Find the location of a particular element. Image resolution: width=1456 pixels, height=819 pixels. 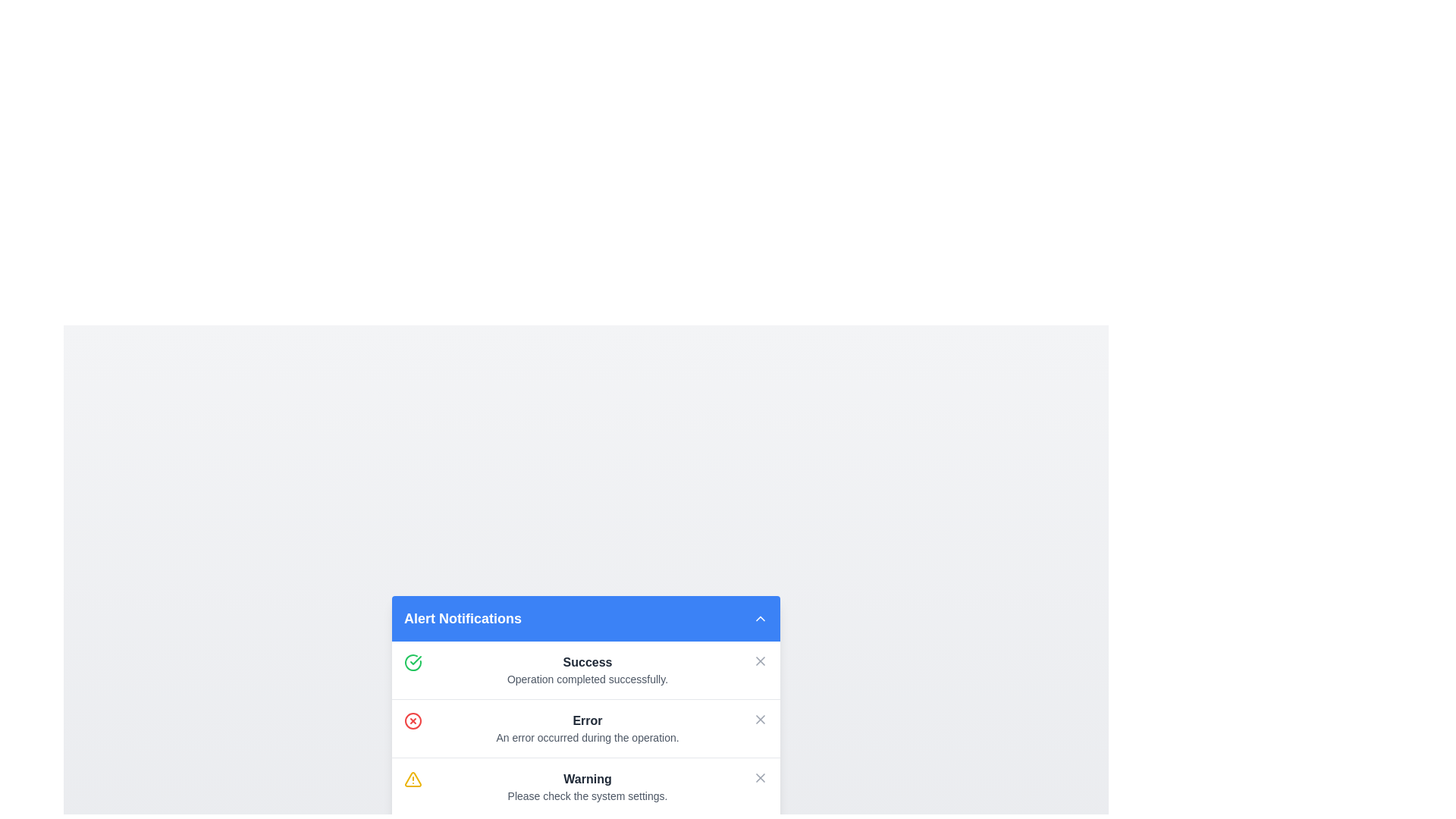

the 'X' button is located at coordinates (761, 718).